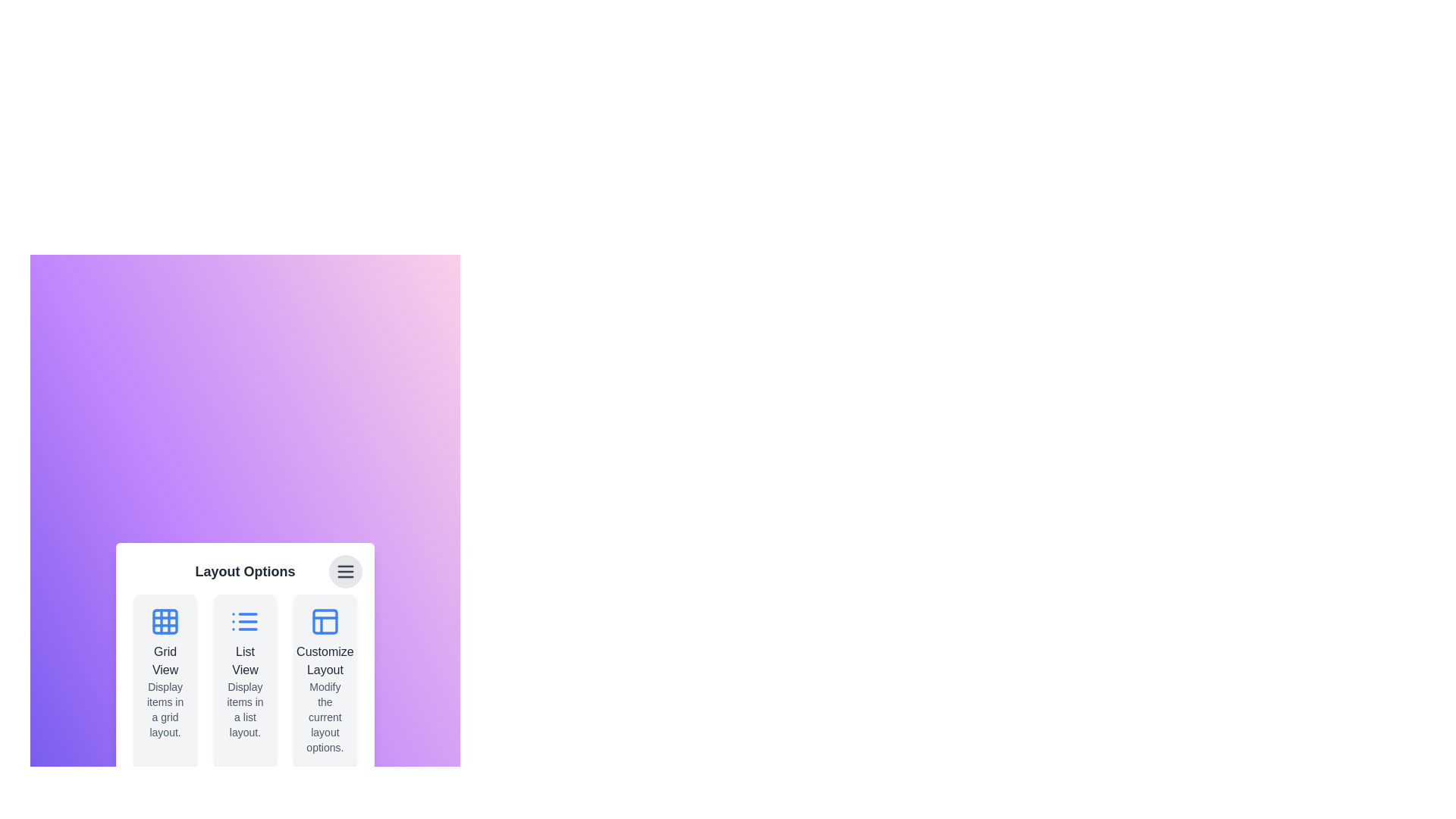 The width and height of the screenshot is (1456, 819). What do you see at coordinates (244, 680) in the screenshot?
I see `the layout option card corresponding to List View to highlight it` at bounding box center [244, 680].